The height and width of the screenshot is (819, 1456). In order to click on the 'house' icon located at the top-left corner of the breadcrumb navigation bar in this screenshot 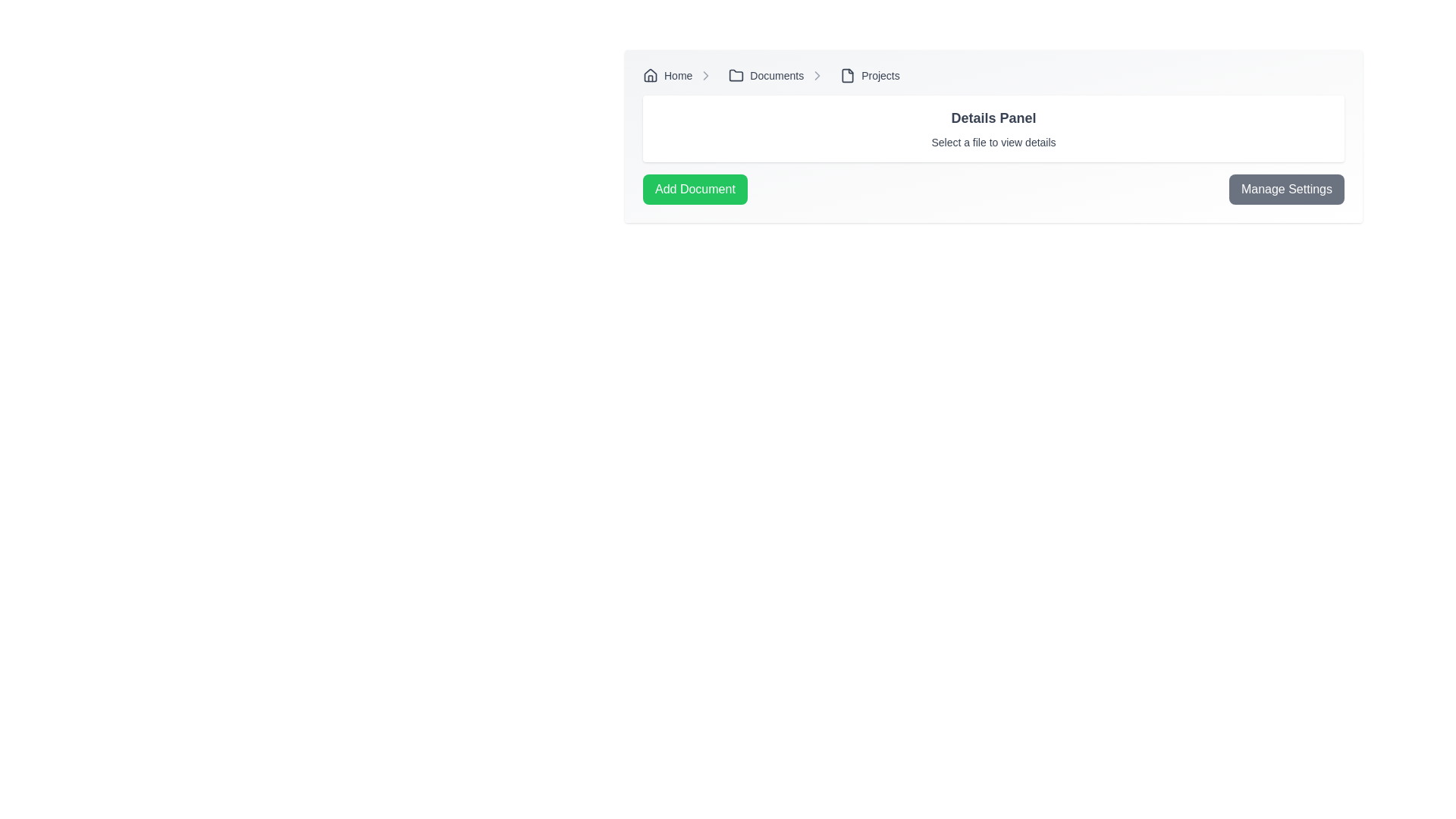, I will do `click(651, 75)`.